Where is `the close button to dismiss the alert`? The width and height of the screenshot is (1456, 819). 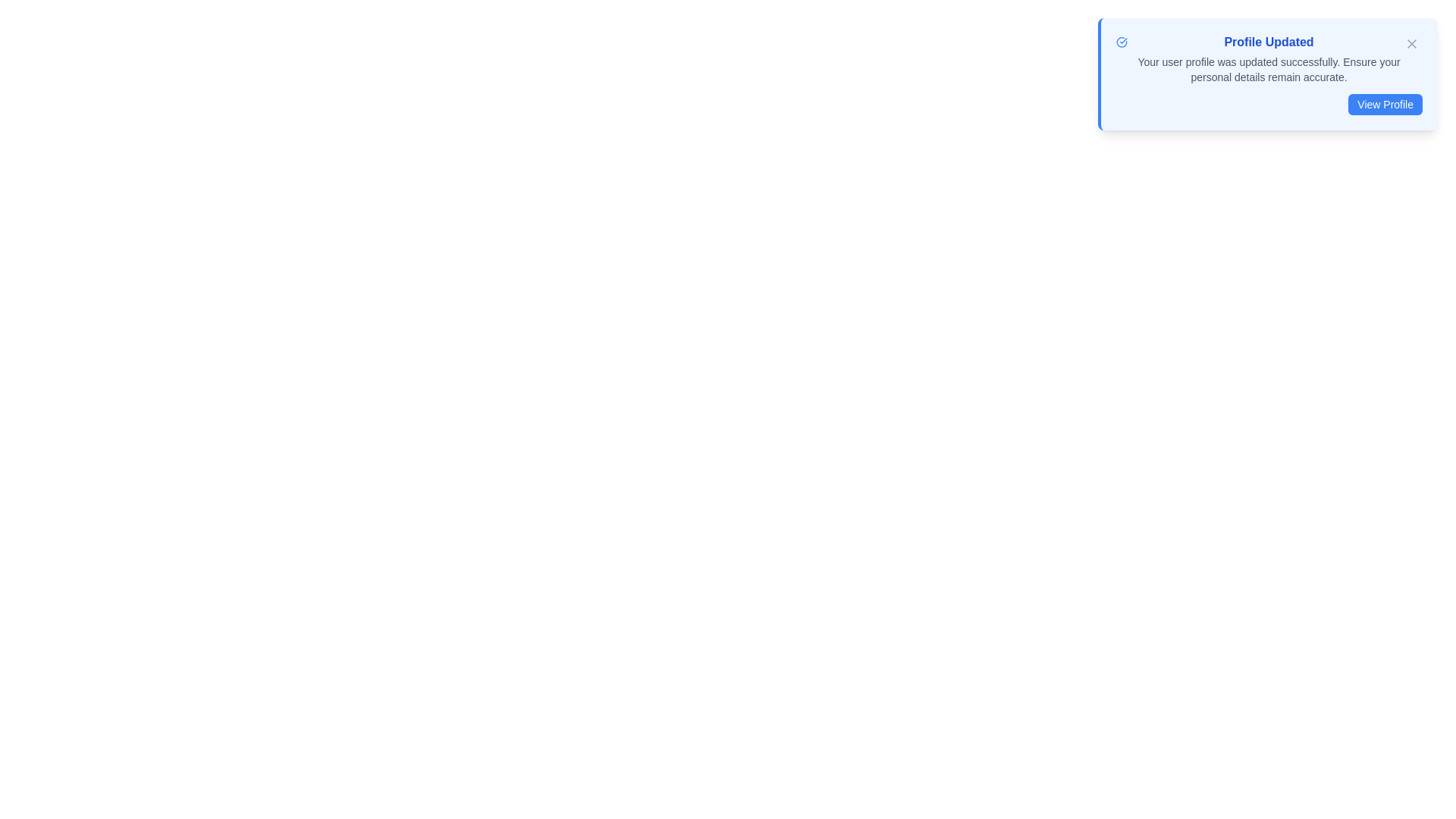 the close button to dismiss the alert is located at coordinates (1411, 42).